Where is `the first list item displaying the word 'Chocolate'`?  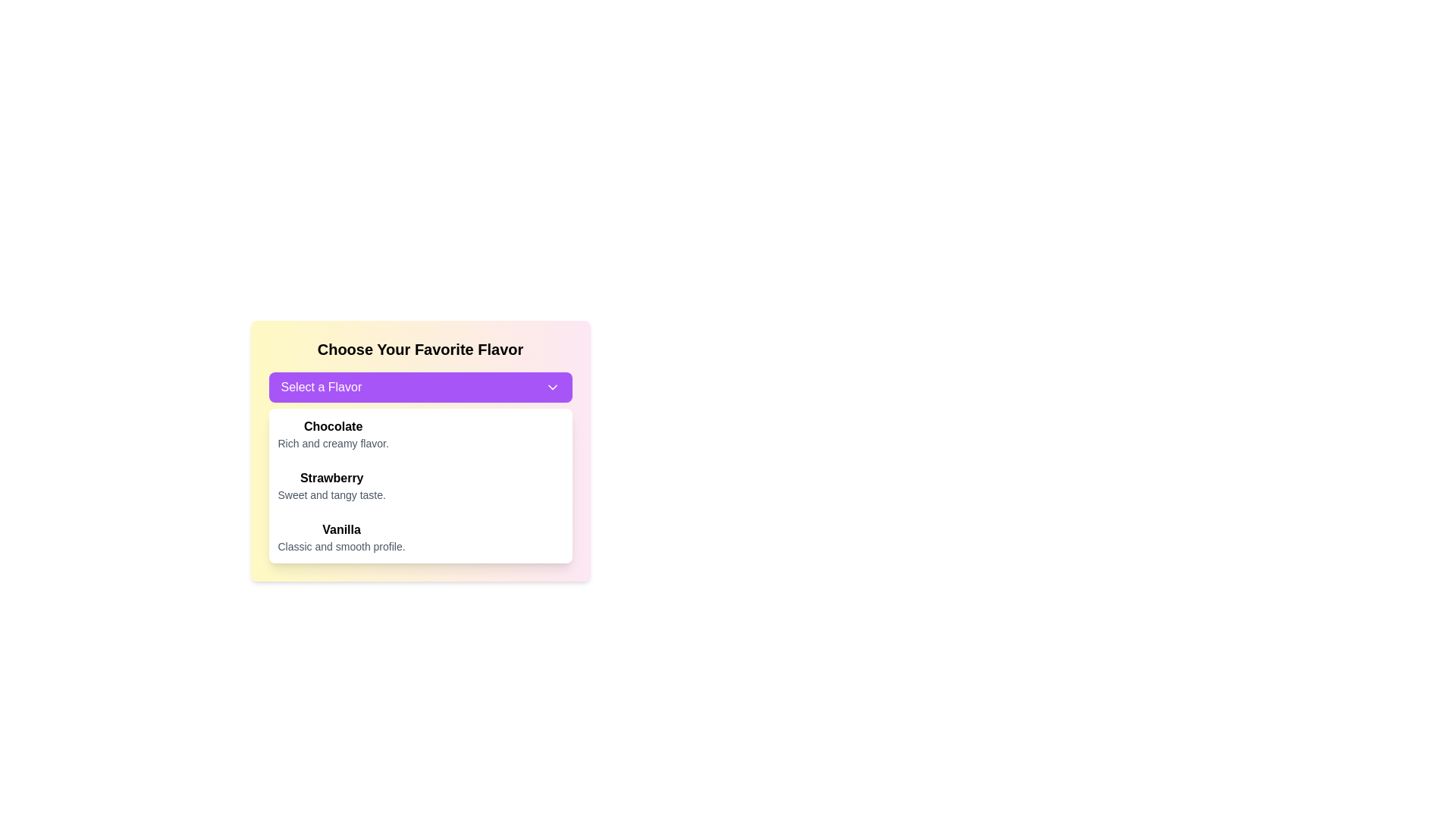
the first list item displaying the word 'Chocolate' is located at coordinates (420, 435).